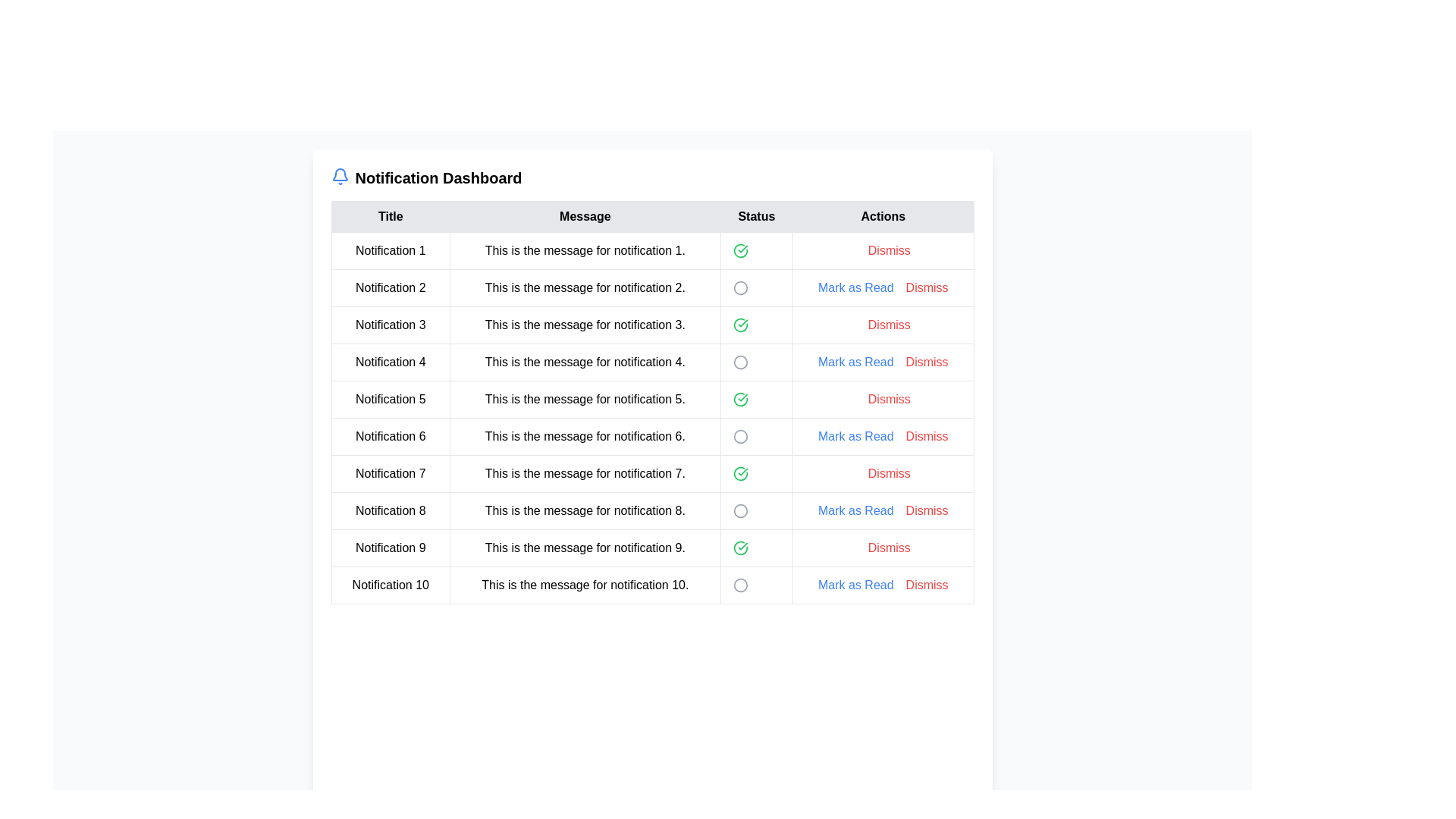 This screenshot has width=1456, height=819. What do you see at coordinates (740, 548) in the screenshot?
I see `the status icon in the 9th row of the notification table that indicates the notification has been successfully handled or marked as complete` at bounding box center [740, 548].